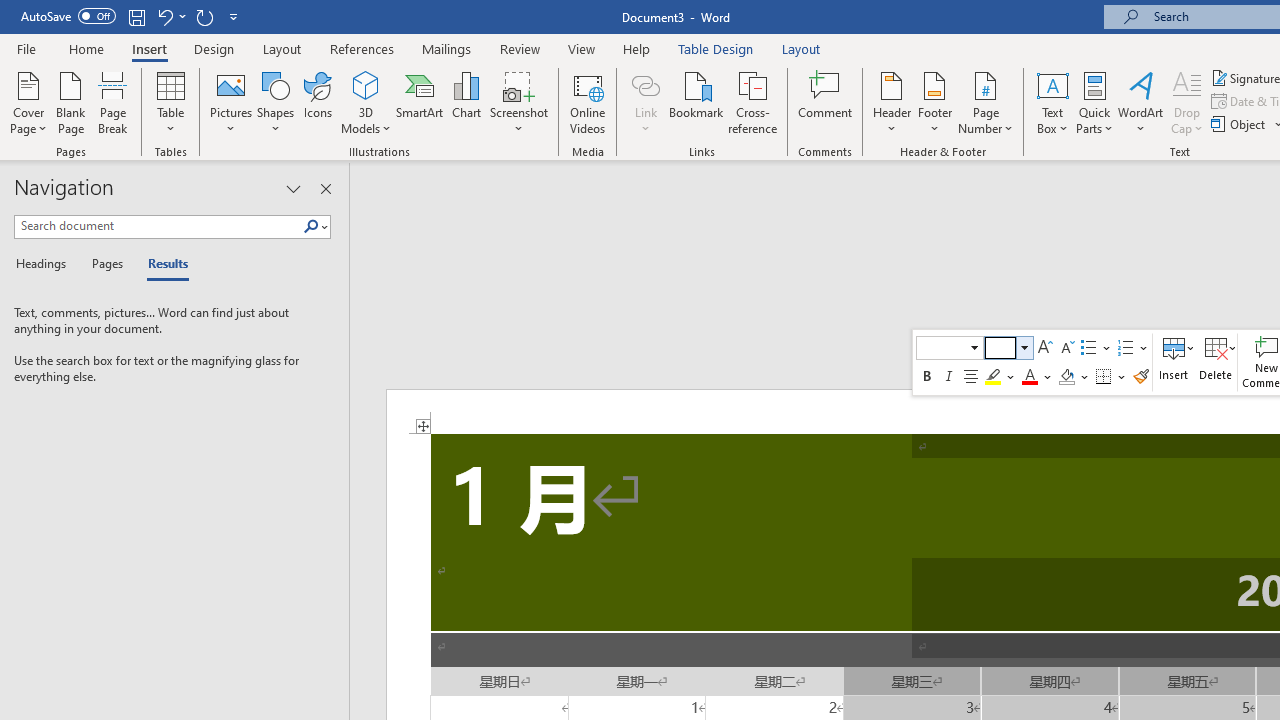  Describe the element at coordinates (1029, 376) in the screenshot. I see `'Font Color Red'` at that location.